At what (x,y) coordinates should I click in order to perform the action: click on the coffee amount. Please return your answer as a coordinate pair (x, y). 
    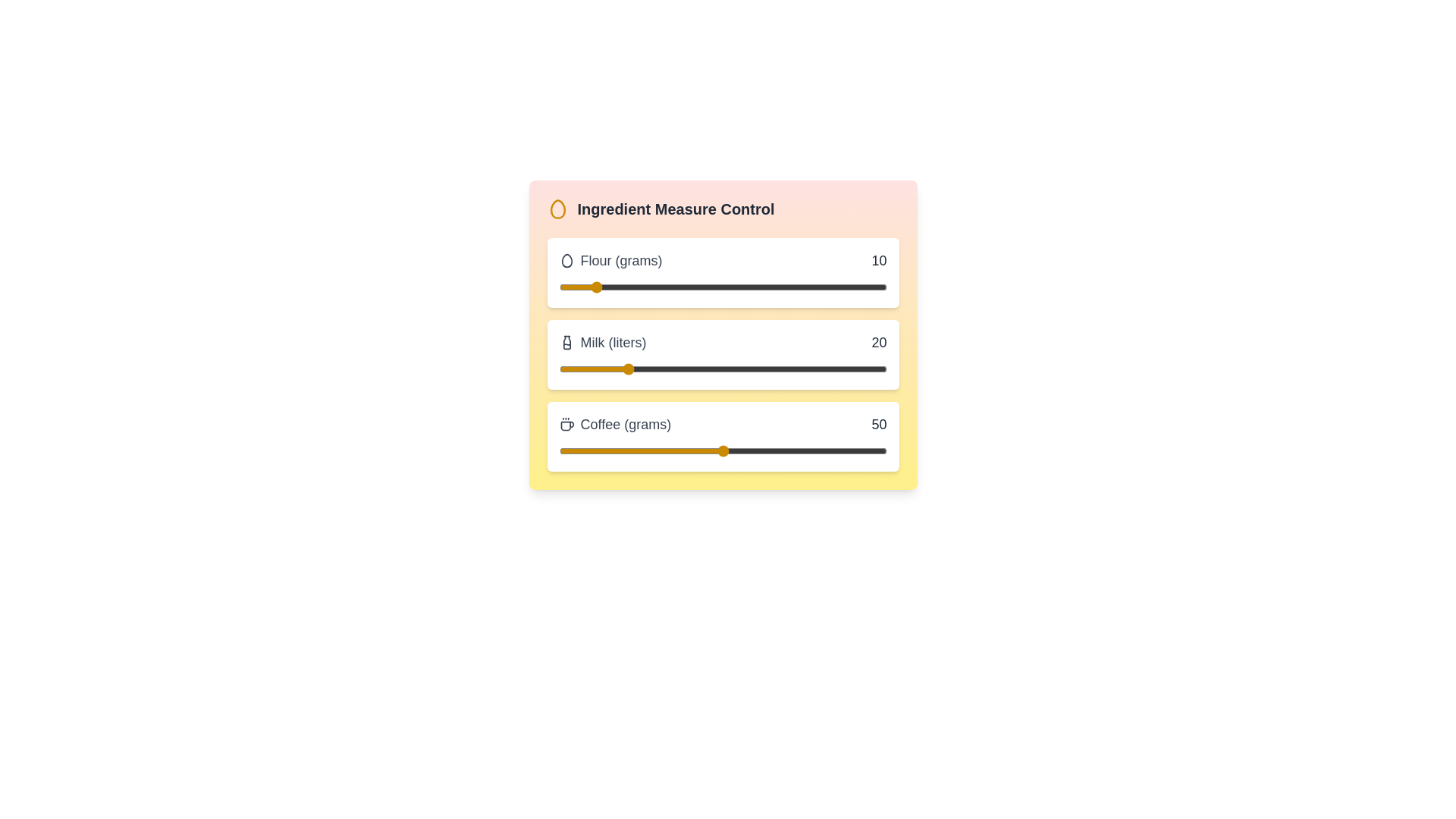
    Looking at the image, I should click on (601, 450).